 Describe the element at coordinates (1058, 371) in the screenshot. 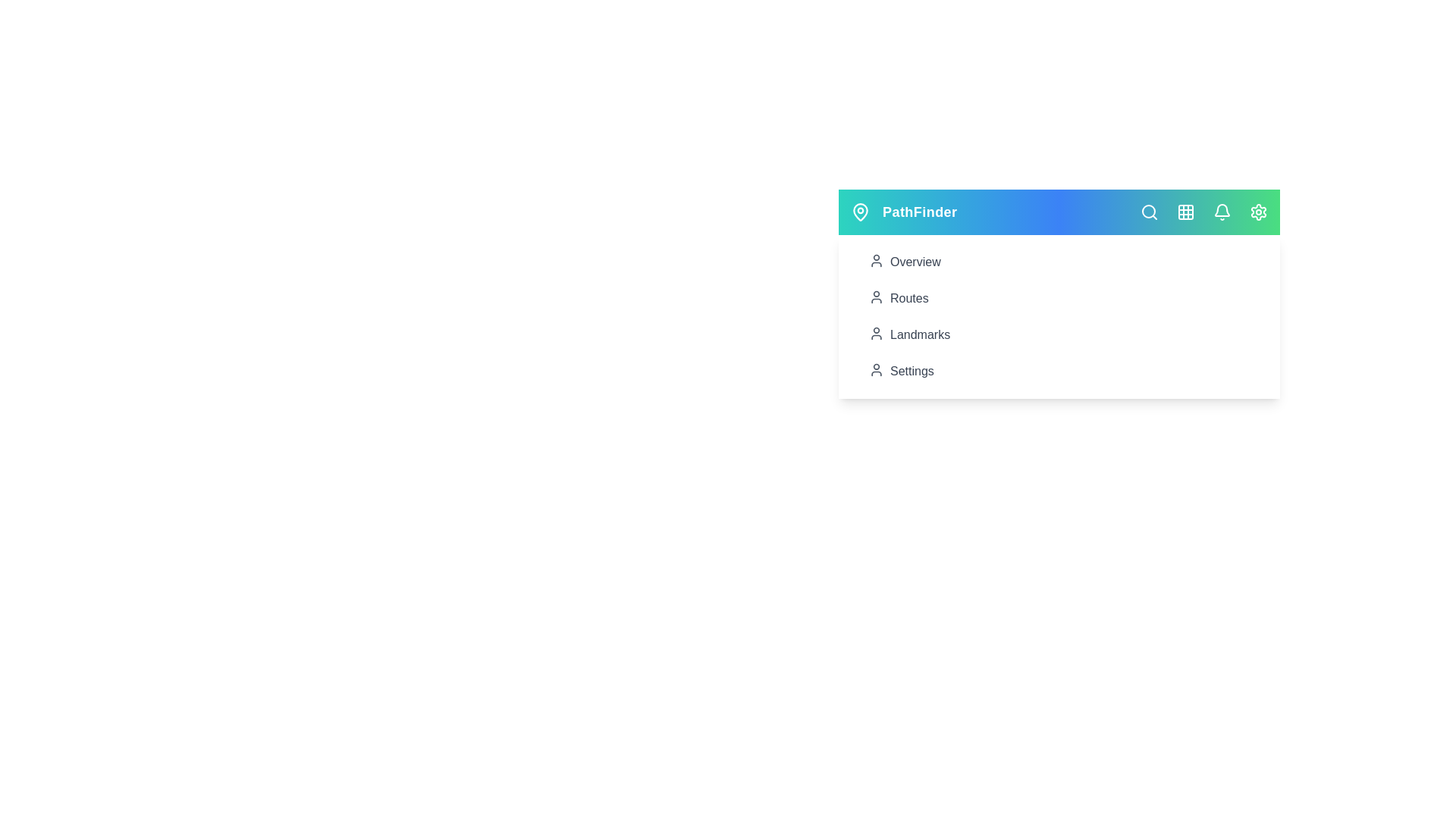

I see `the 'Settings' menu item in the navigation menu` at that location.